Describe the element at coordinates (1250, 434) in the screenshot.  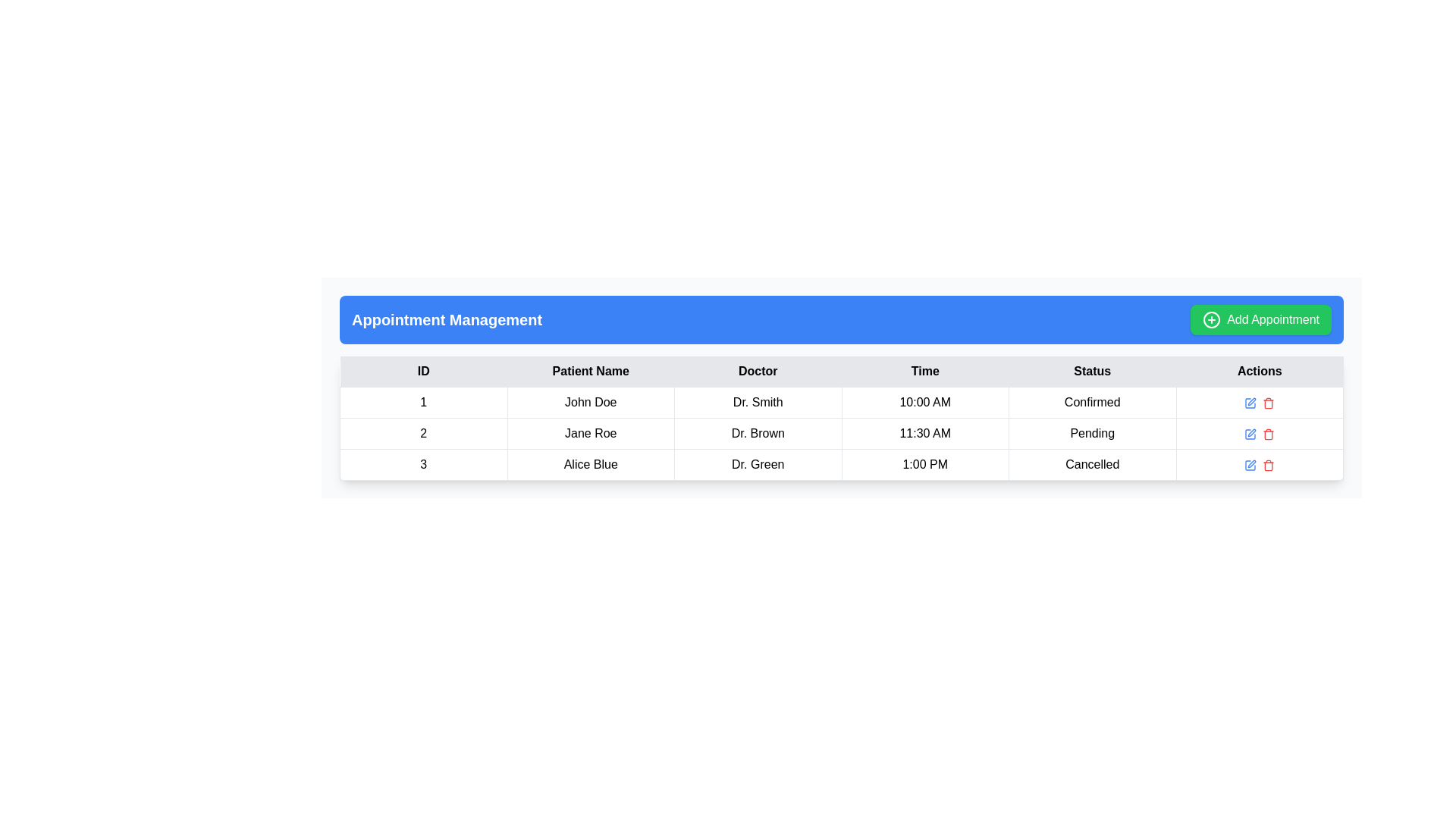
I see `the edit icon button in the 'Actions' column of the second row in the 'Appointment Management' table to initiate editing of the appointment details` at that location.